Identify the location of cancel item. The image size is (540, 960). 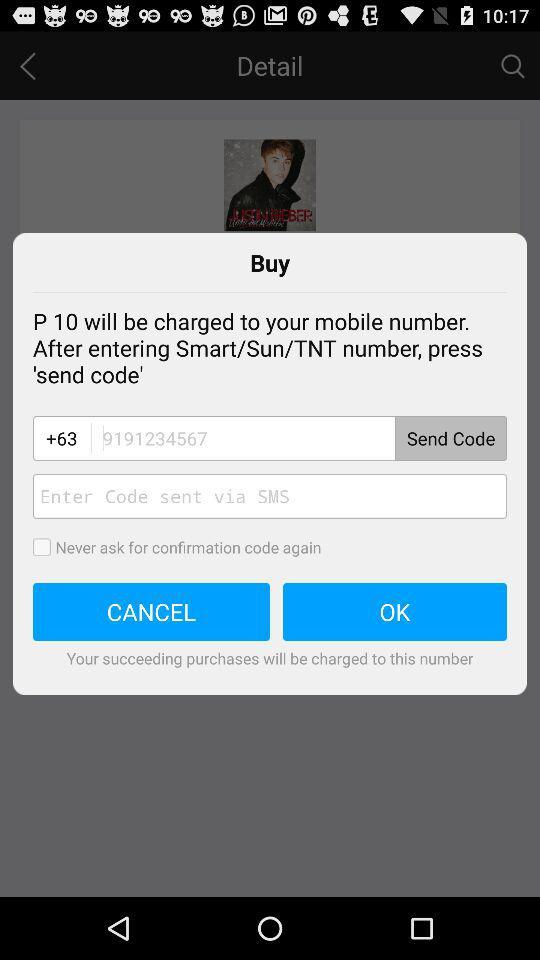
(150, 611).